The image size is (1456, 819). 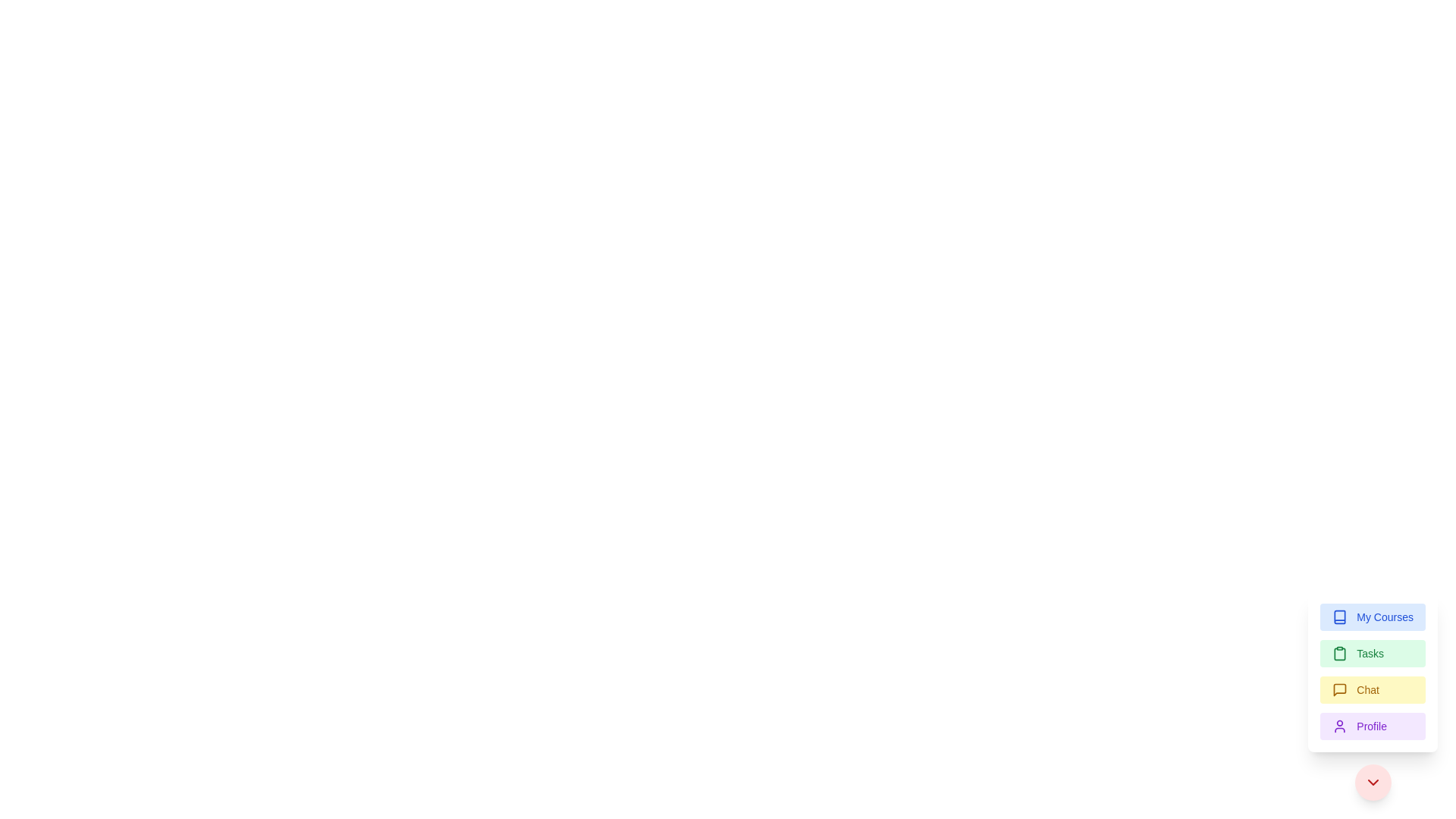 What do you see at coordinates (1372, 725) in the screenshot?
I see `the 'Profile' text label` at bounding box center [1372, 725].